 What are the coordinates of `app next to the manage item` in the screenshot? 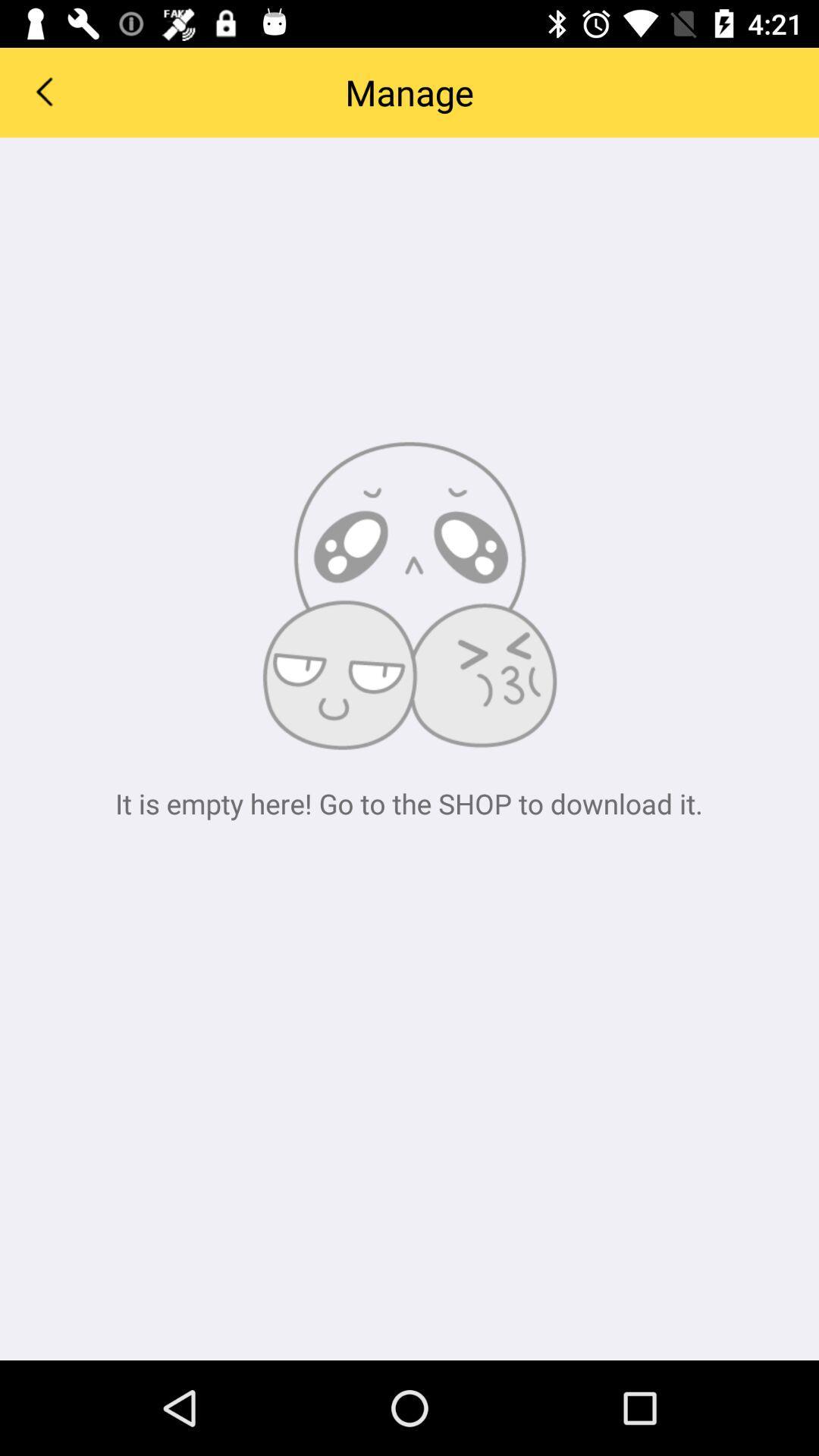 It's located at (42, 90).